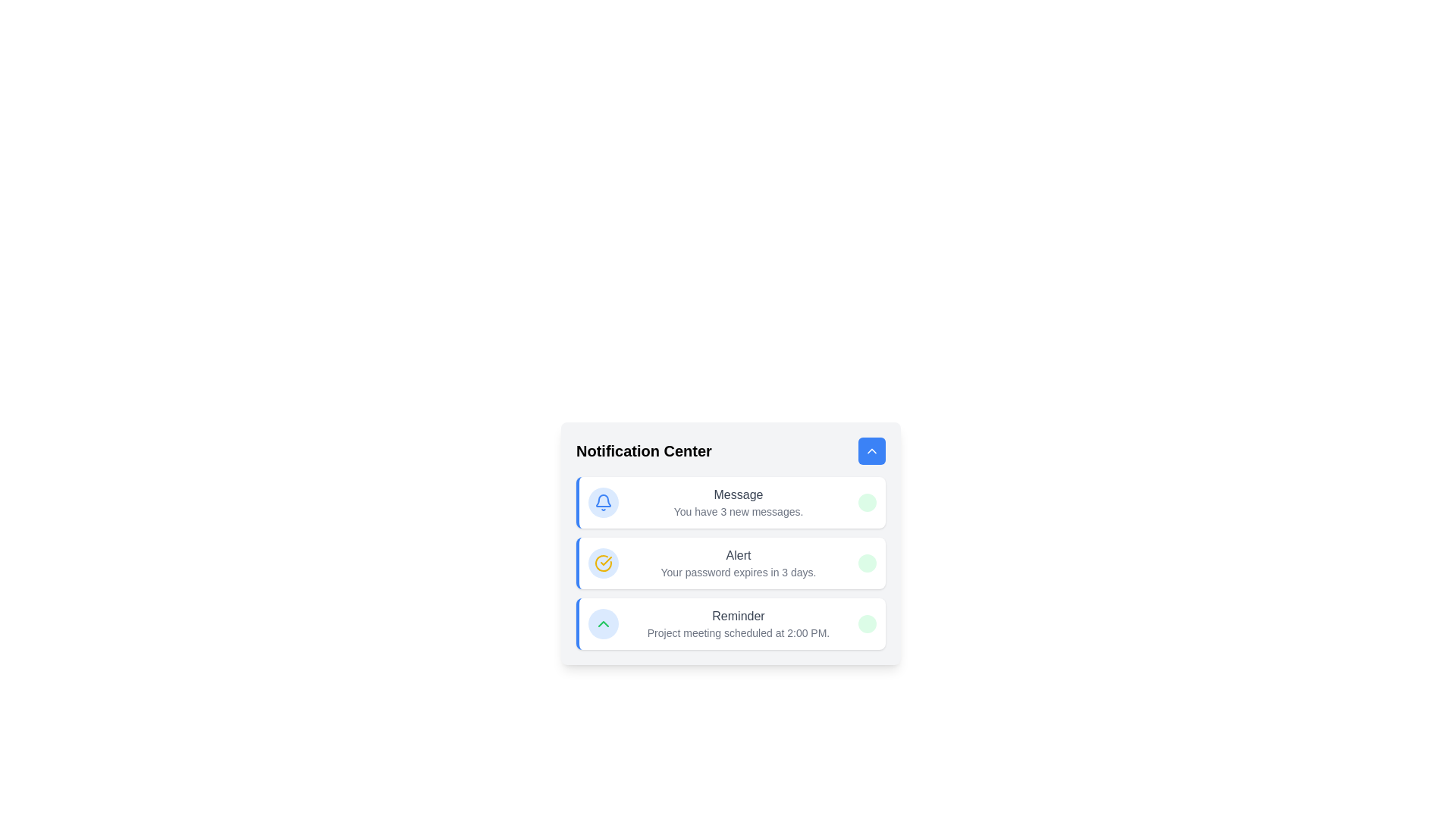  I want to click on the Notification element that alerts about password expiration, which is the second card in the notification center panel, so click(731, 563).